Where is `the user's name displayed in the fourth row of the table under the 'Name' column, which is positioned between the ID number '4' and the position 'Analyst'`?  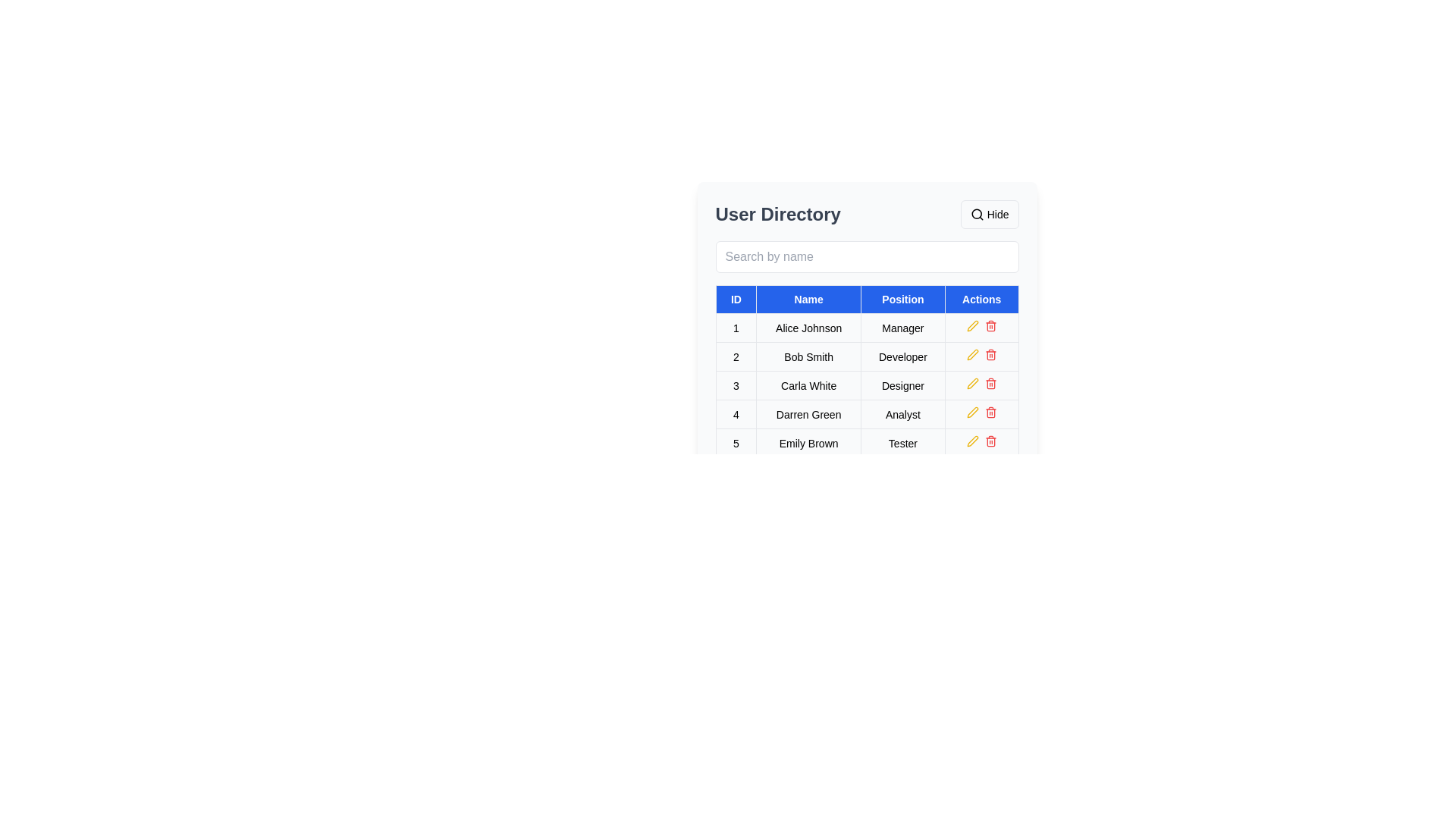 the user's name displayed in the fourth row of the table under the 'Name' column, which is positioned between the ID number '4' and the position 'Analyst' is located at coordinates (808, 414).